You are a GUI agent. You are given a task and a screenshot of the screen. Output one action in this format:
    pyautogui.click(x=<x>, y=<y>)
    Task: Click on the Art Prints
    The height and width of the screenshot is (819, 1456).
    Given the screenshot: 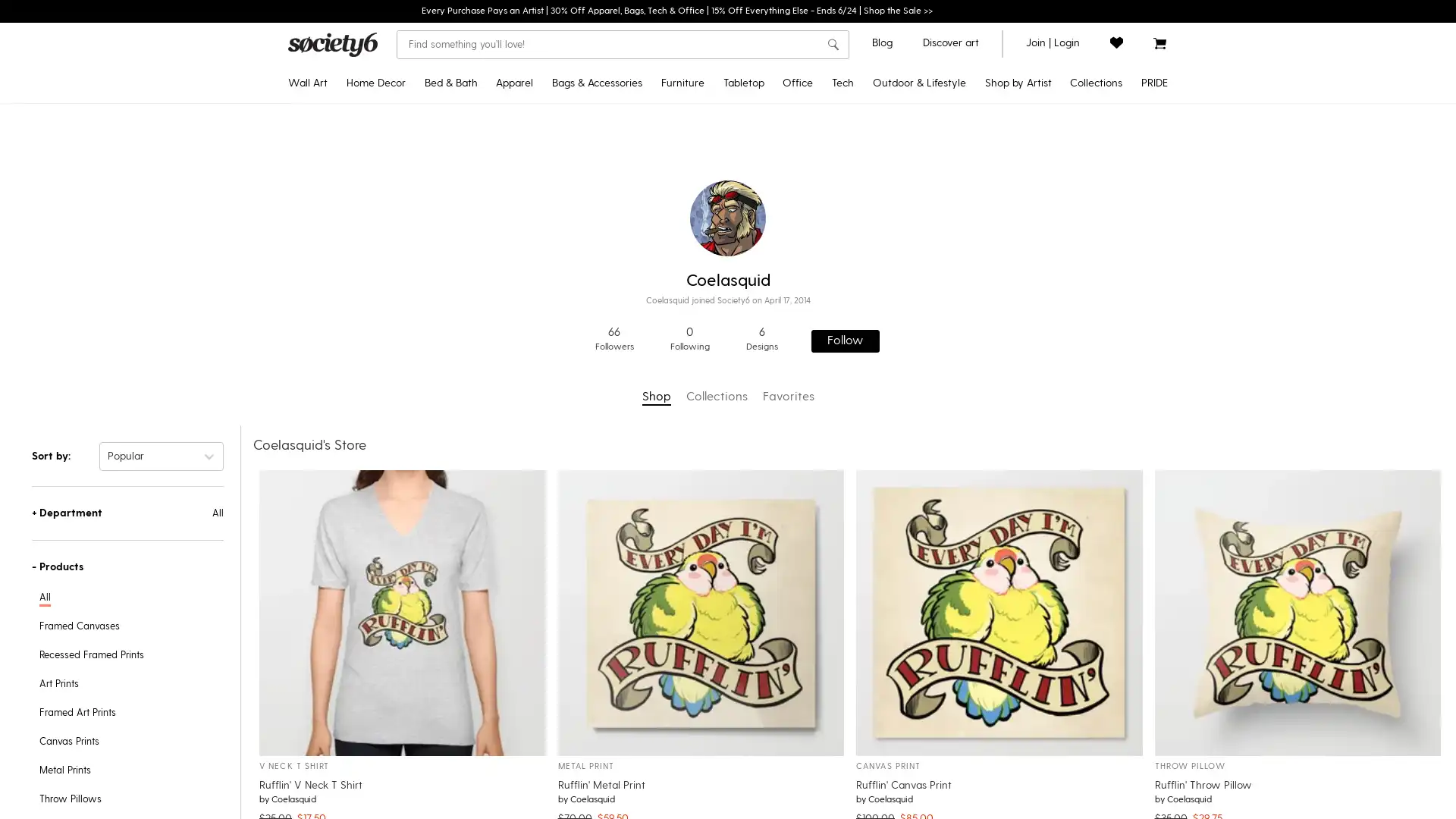 What is the action you would take?
    pyautogui.click(x=356, y=121)
    